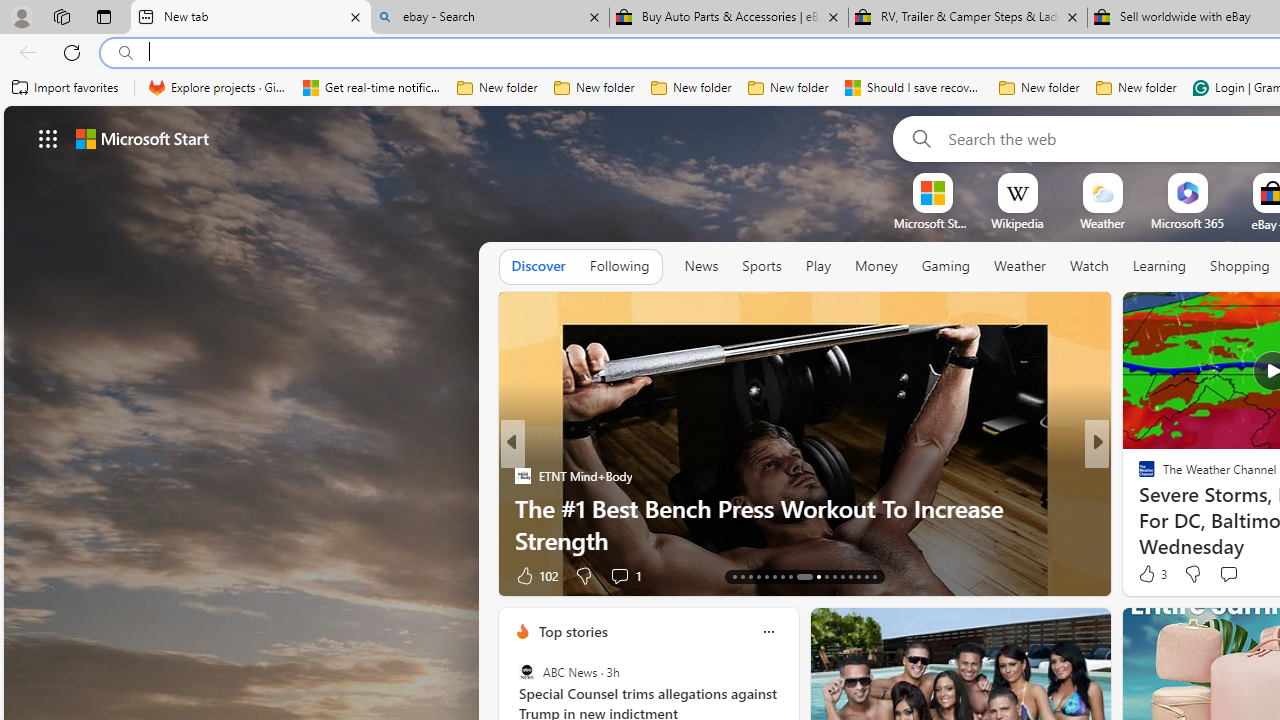 The width and height of the screenshot is (1280, 720). Describe the element at coordinates (749, 577) in the screenshot. I see `'AutomationID: tab-15'` at that location.